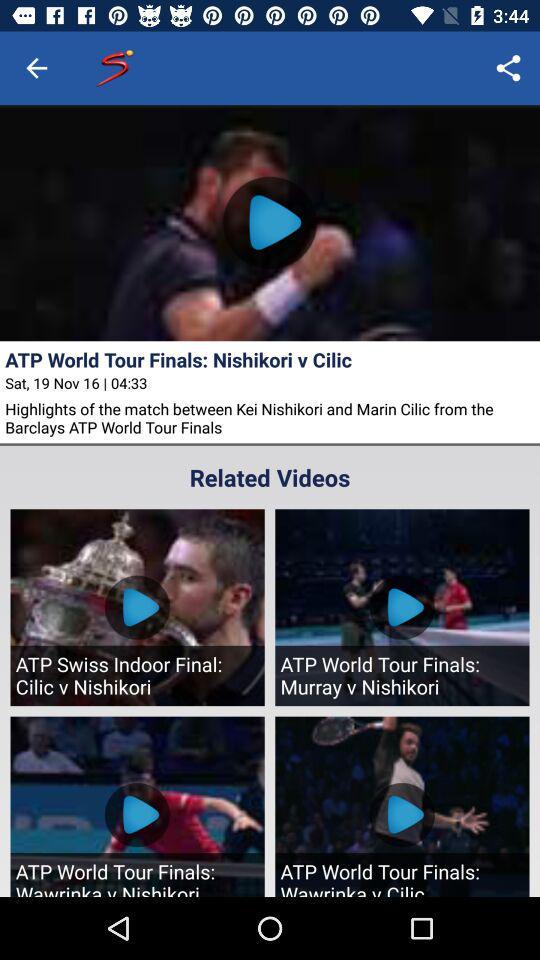 Image resolution: width=540 pixels, height=960 pixels. What do you see at coordinates (137, 606) in the screenshot?
I see `the first video below related videos` at bounding box center [137, 606].